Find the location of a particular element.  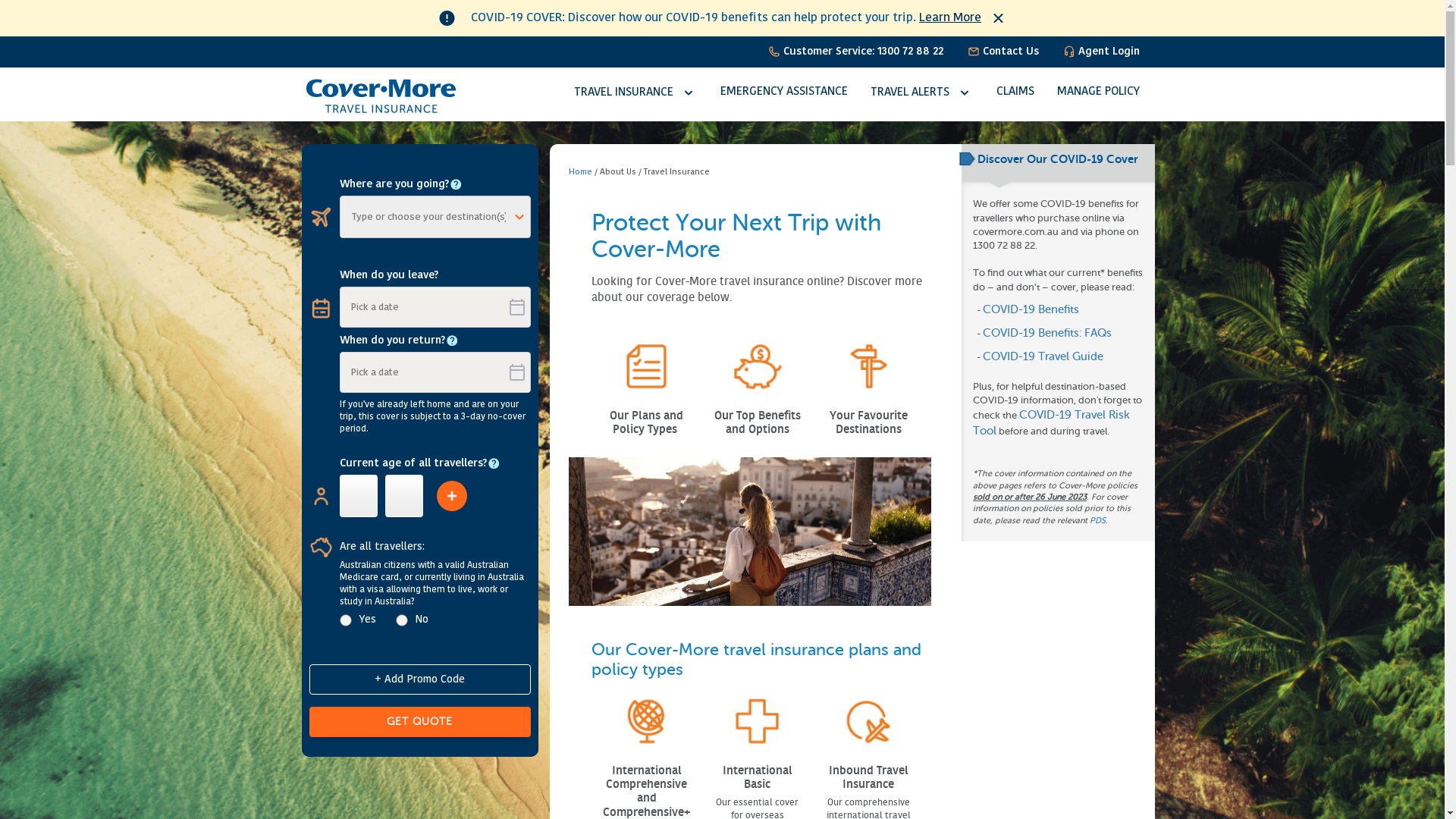

'Learn More' is located at coordinates (949, 17).